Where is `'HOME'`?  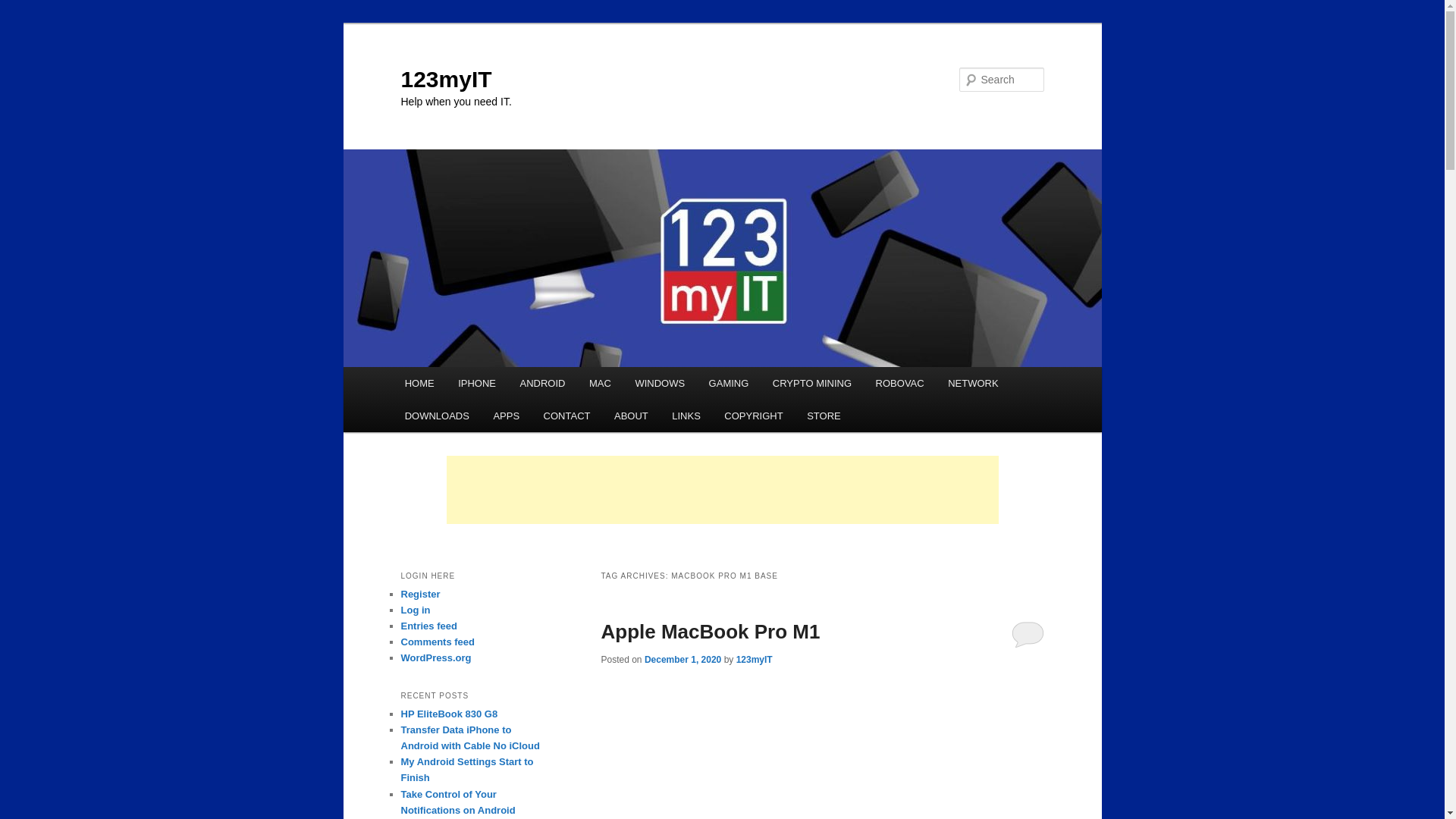 'HOME' is located at coordinates (419, 382).